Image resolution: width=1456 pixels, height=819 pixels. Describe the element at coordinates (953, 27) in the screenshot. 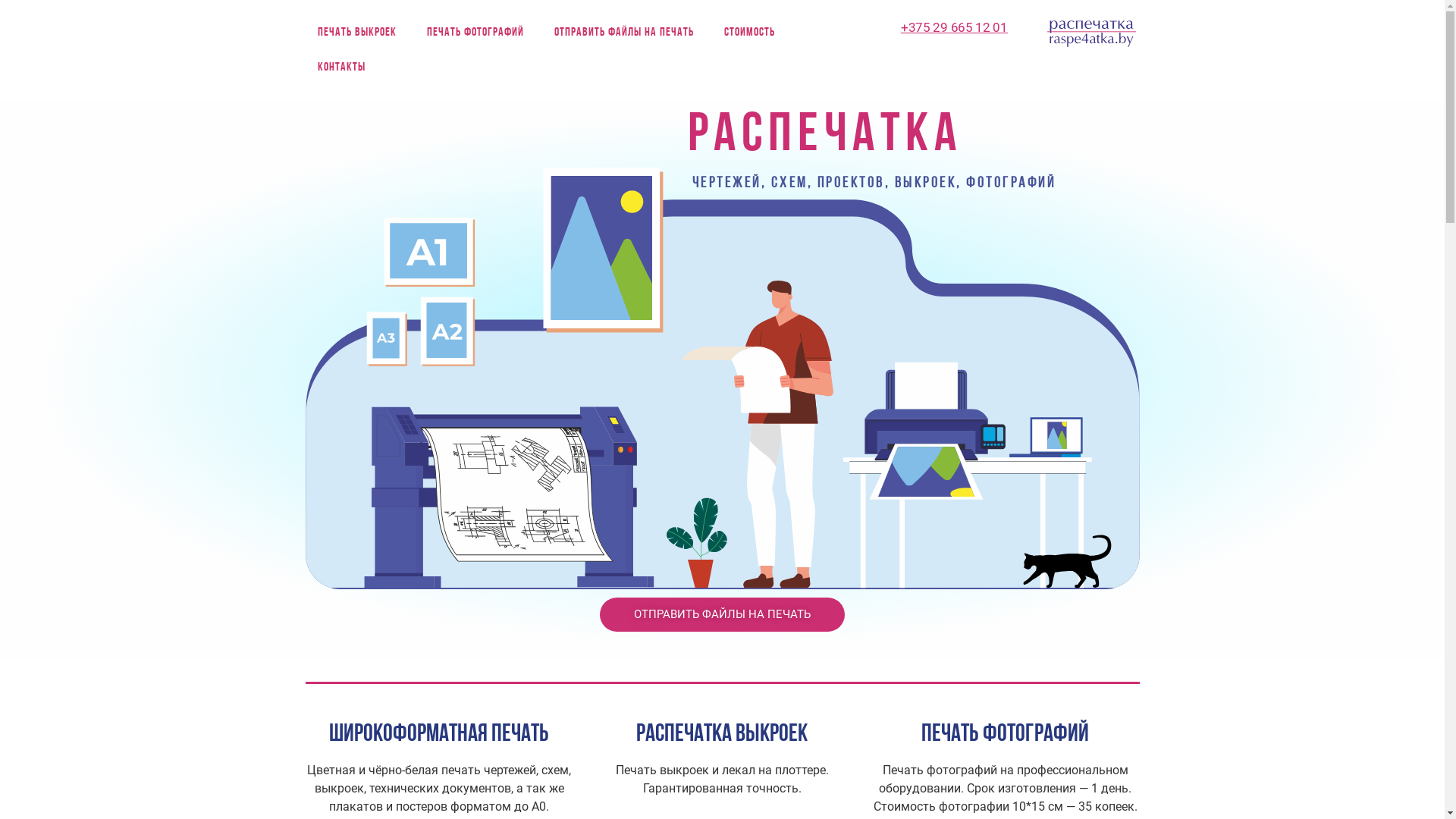

I see `'+375 29 665 12 01'` at that location.